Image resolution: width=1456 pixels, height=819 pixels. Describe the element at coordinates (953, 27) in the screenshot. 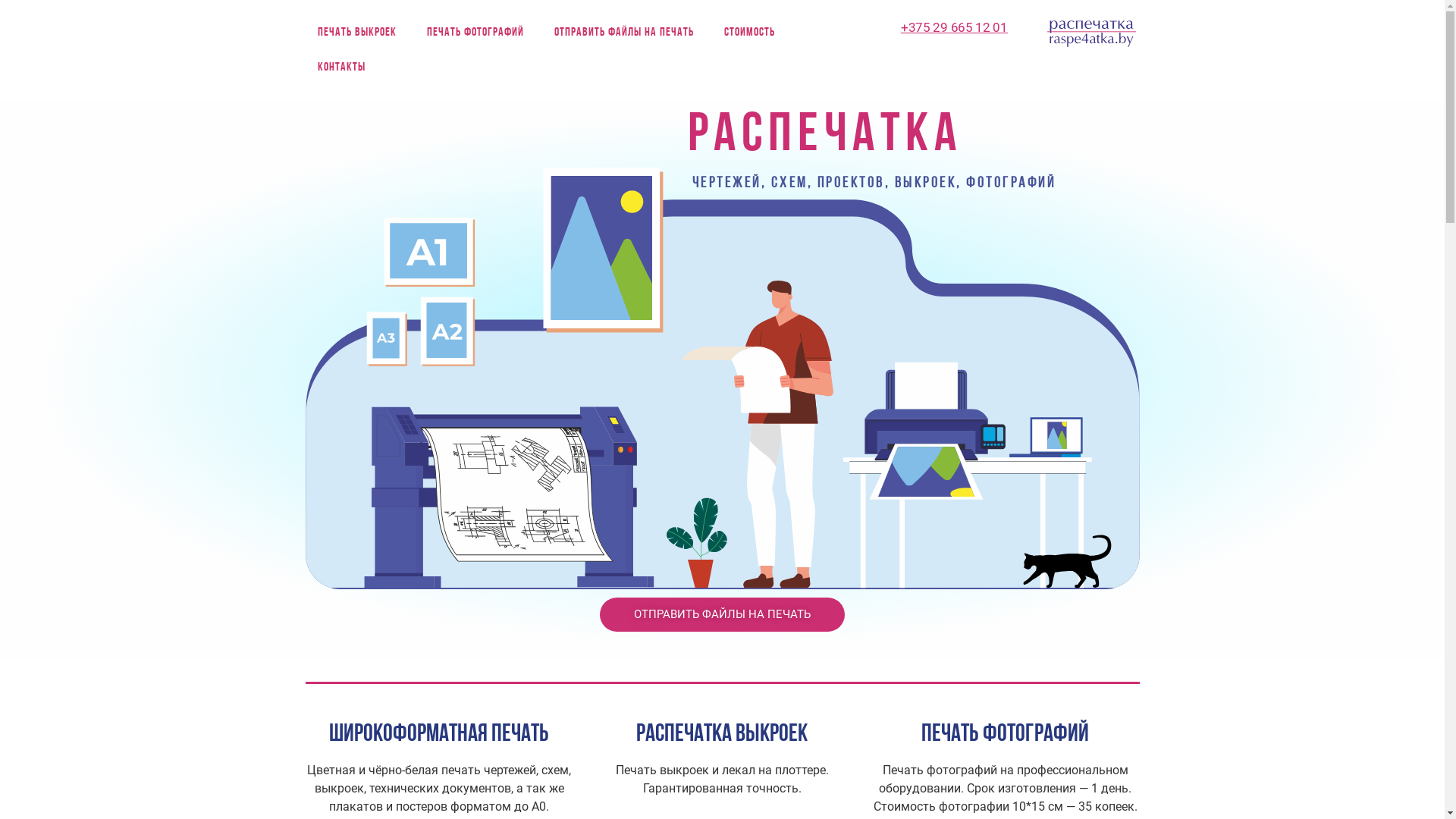

I see `'+375 29 665 12 01'` at that location.